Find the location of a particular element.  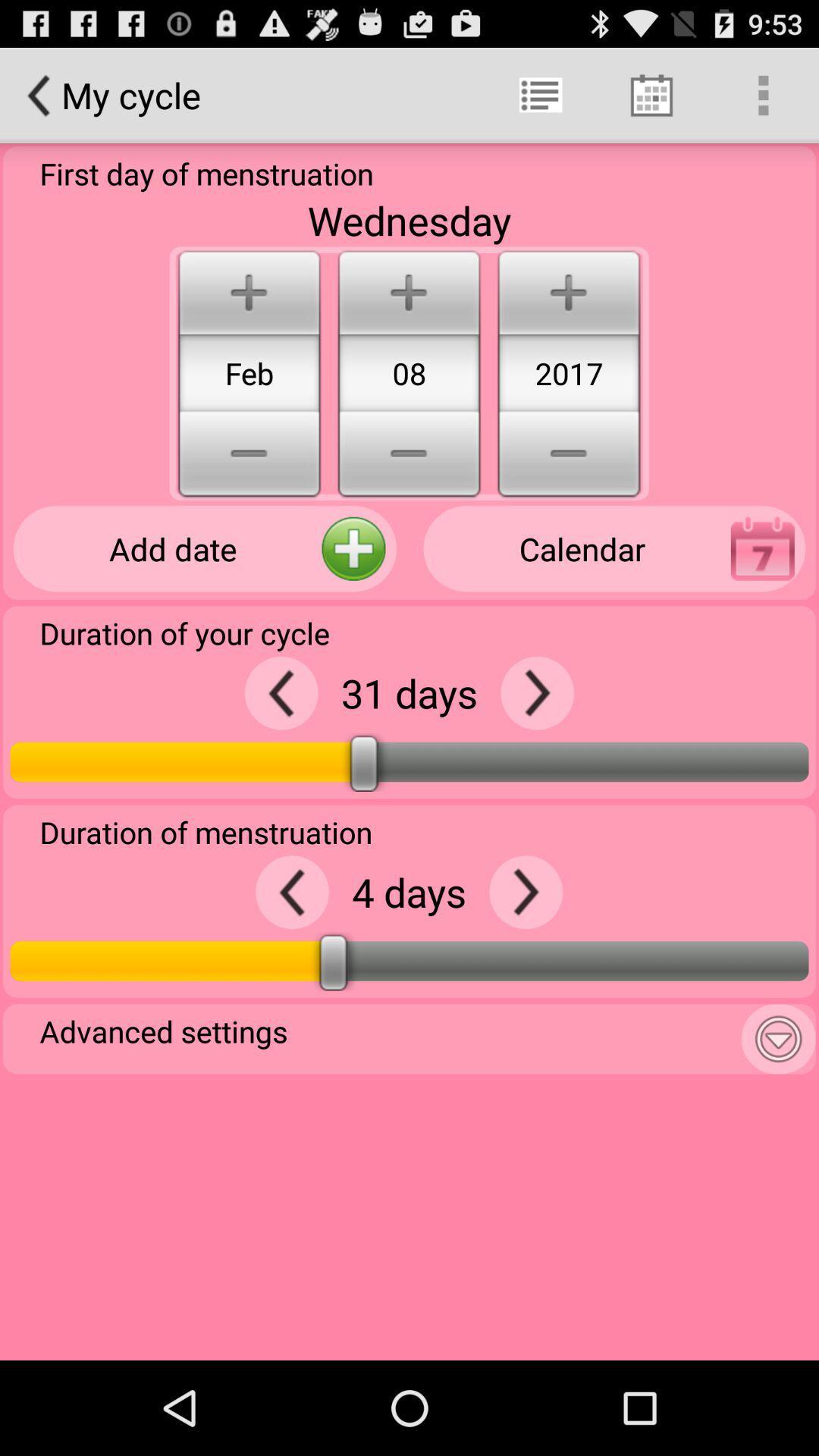

lower the cycle days is located at coordinates (281, 692).